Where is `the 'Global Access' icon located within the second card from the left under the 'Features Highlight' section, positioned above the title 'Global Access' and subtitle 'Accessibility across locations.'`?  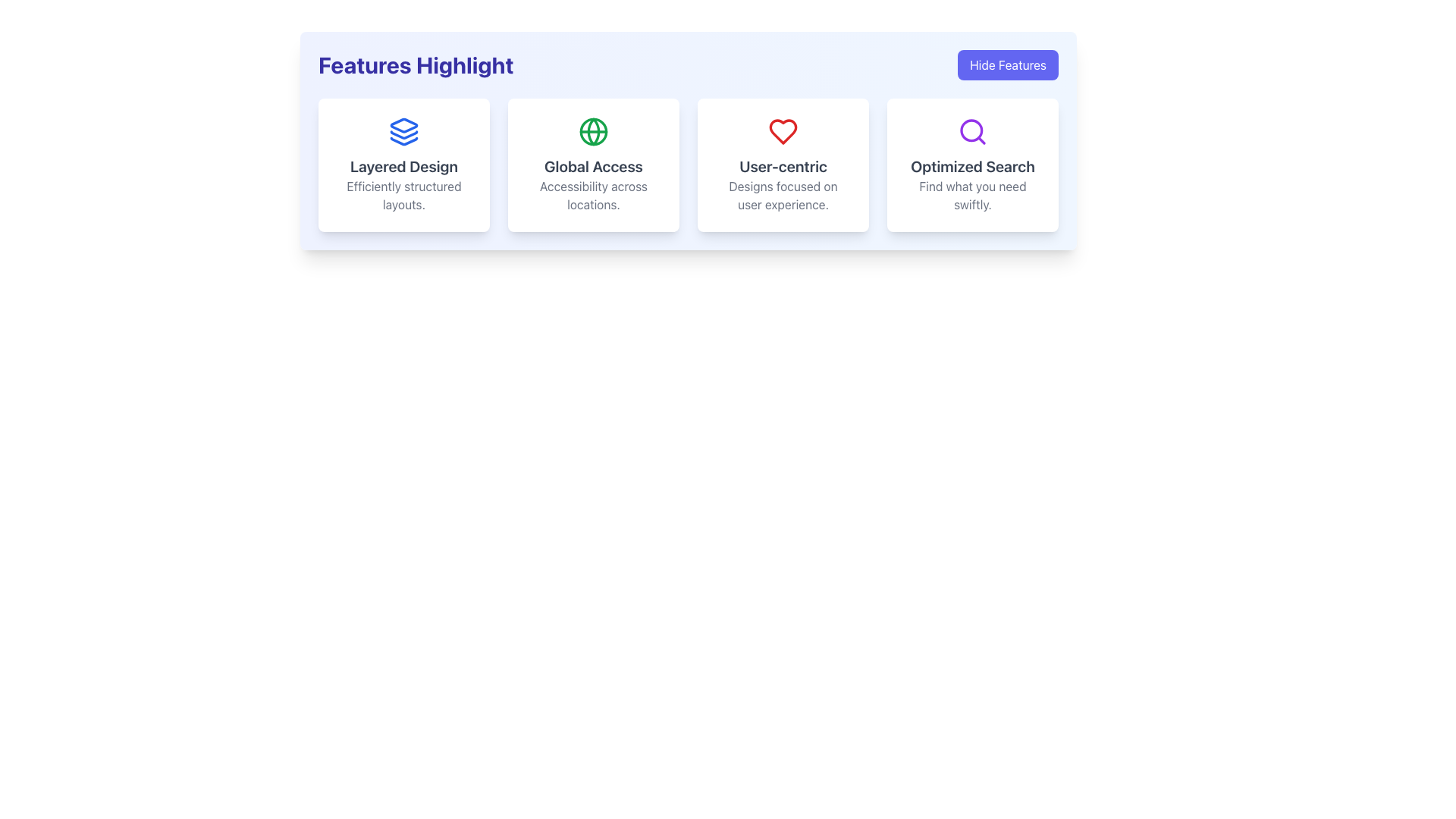
the 'Global Access' icon located within the second card from the left under the 'Features Highlight' section, positioned above the title 'Global Access' and subtitle 'Accessibility across locations.' is located at coordinates (592, 130).